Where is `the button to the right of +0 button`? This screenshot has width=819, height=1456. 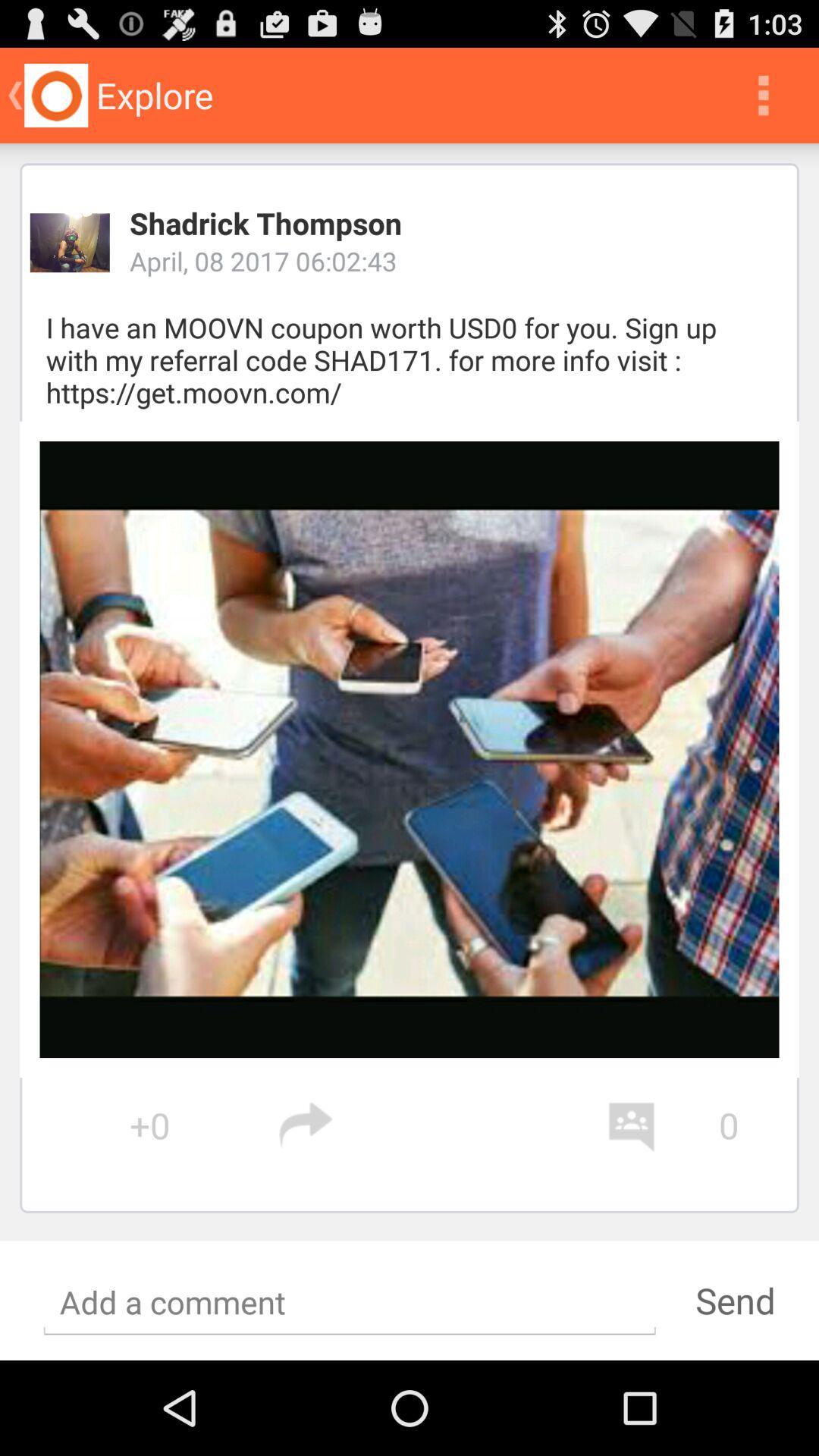 the button to the right of +0 button is located at coordinates (442, 1125).